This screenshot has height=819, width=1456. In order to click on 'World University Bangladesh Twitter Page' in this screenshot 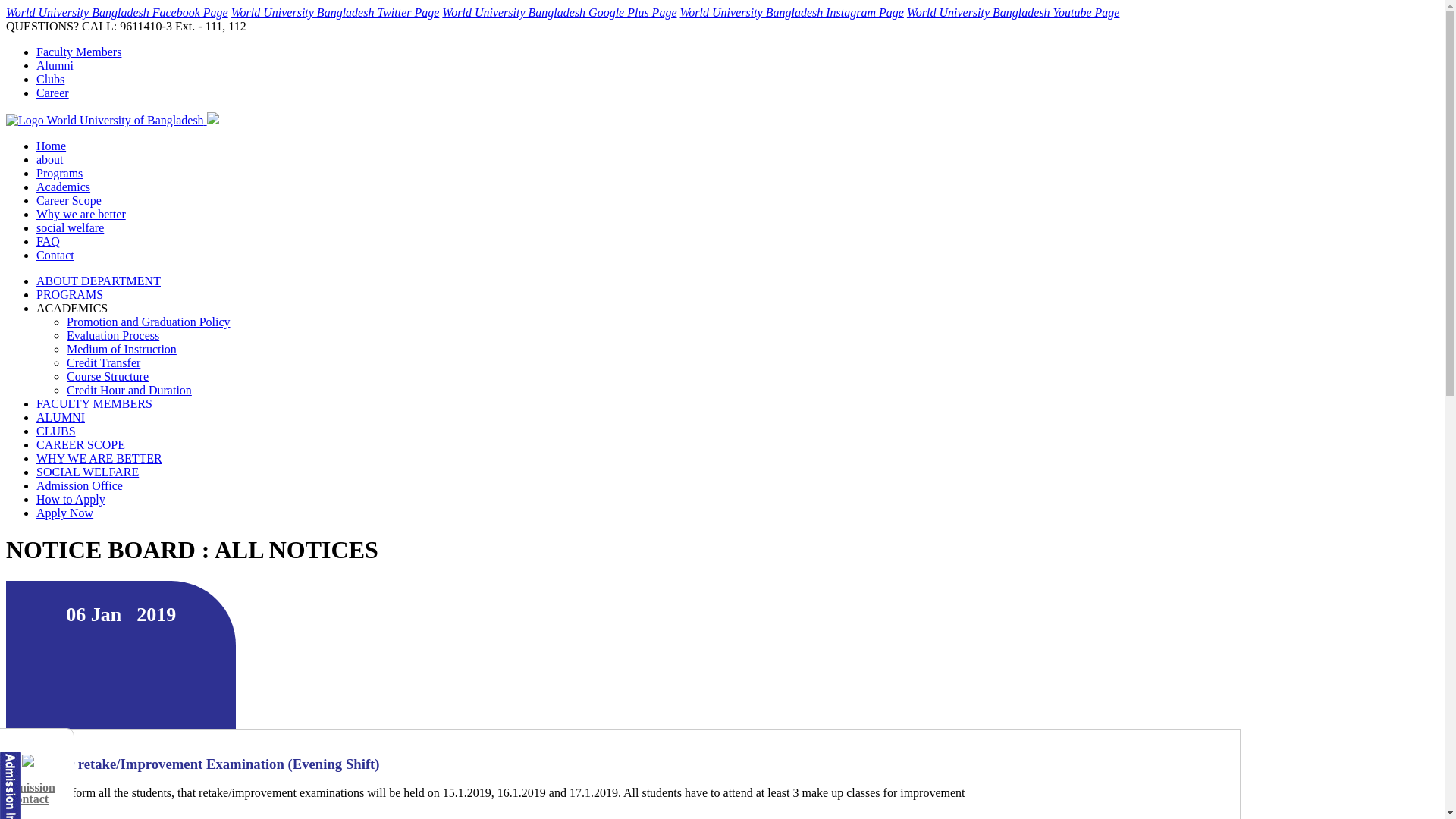, I will do `click(334, 12)`.